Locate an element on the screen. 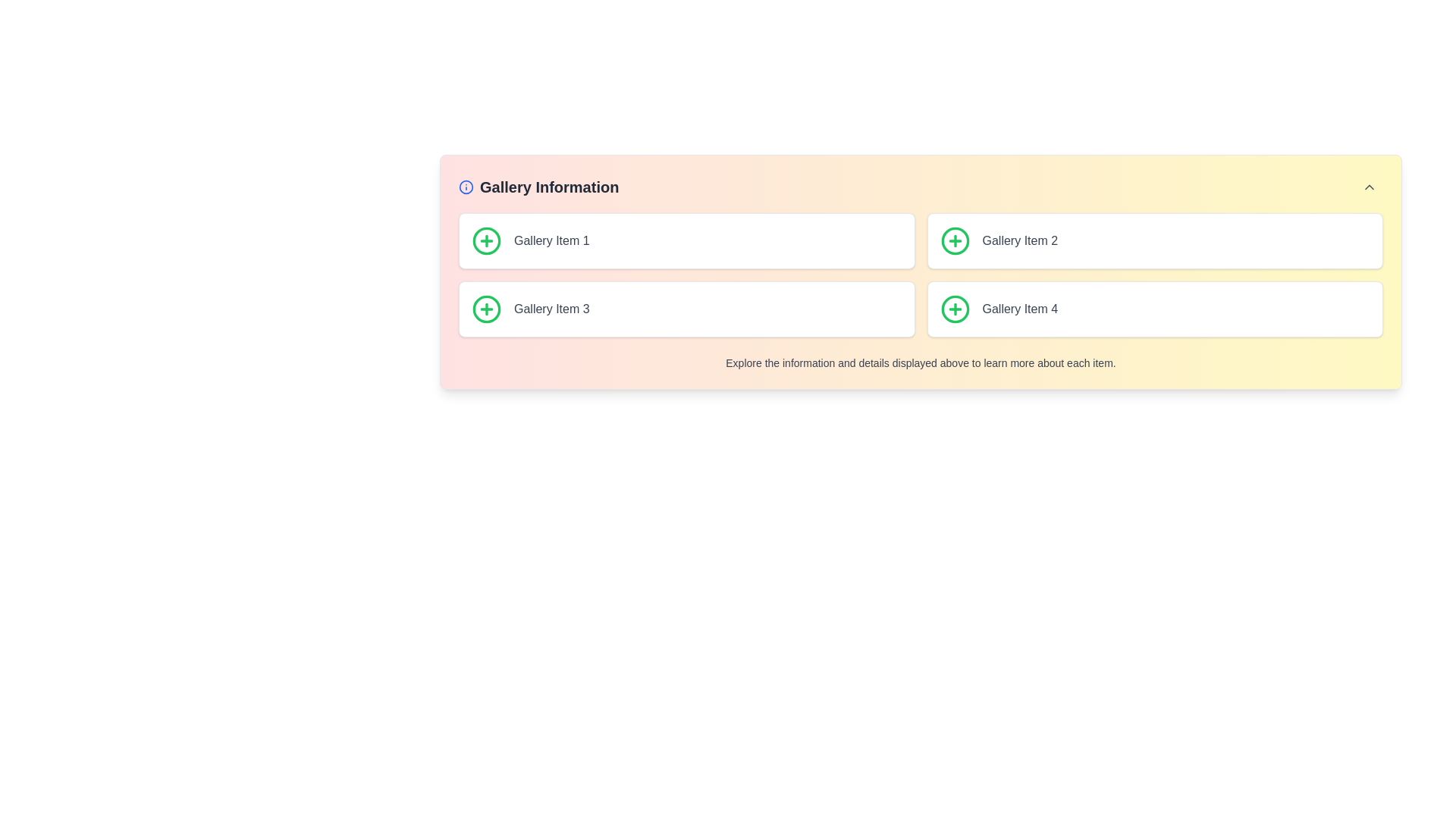 This screenshot has height=819, width=1456. the upward-pointing Chevron icon located at the top-right corner of the 'Gallery Information' section is located at coordinates (1369, 186).